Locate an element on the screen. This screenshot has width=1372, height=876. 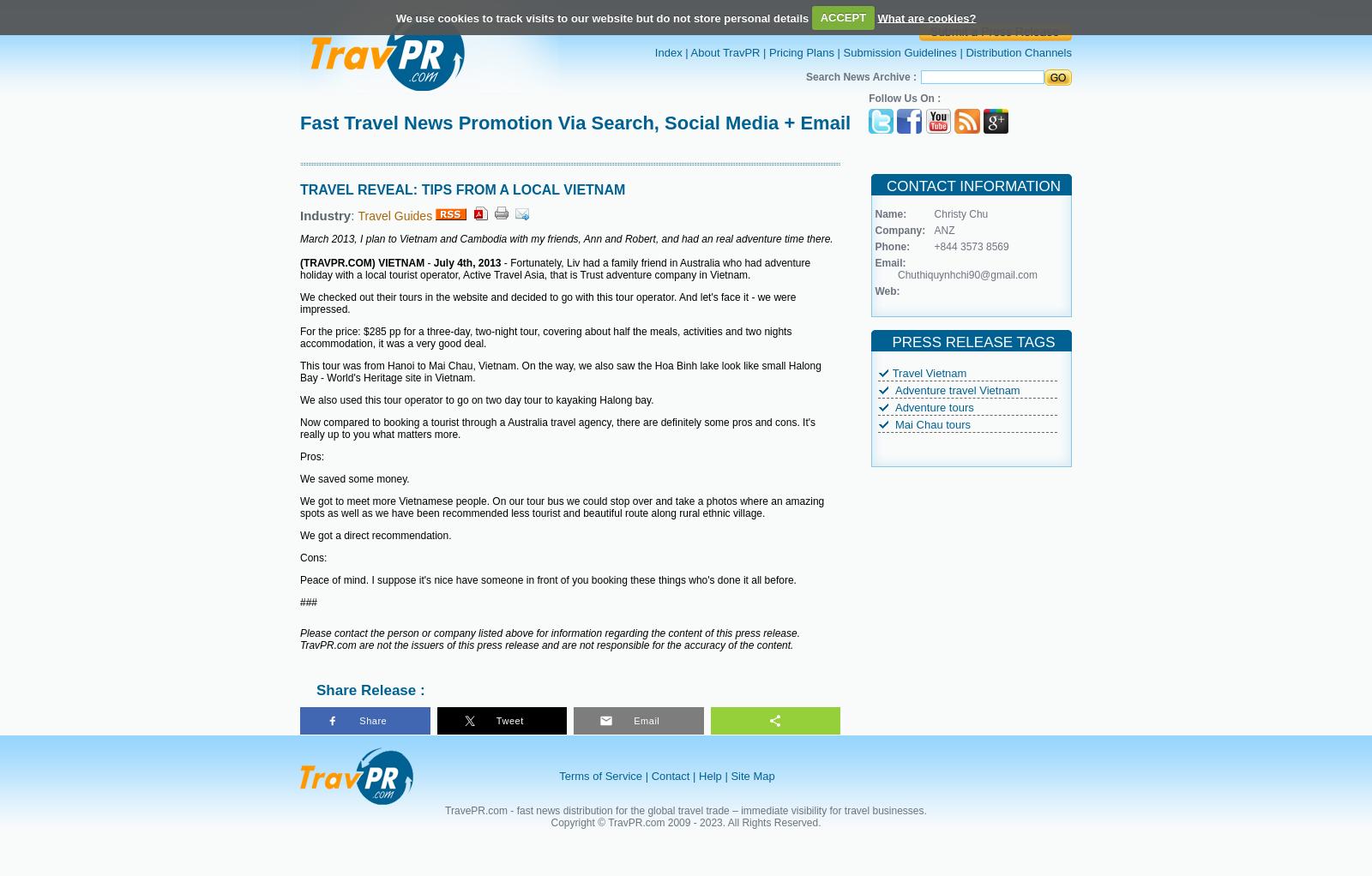
'Share' is located at coordinates (358, 721).